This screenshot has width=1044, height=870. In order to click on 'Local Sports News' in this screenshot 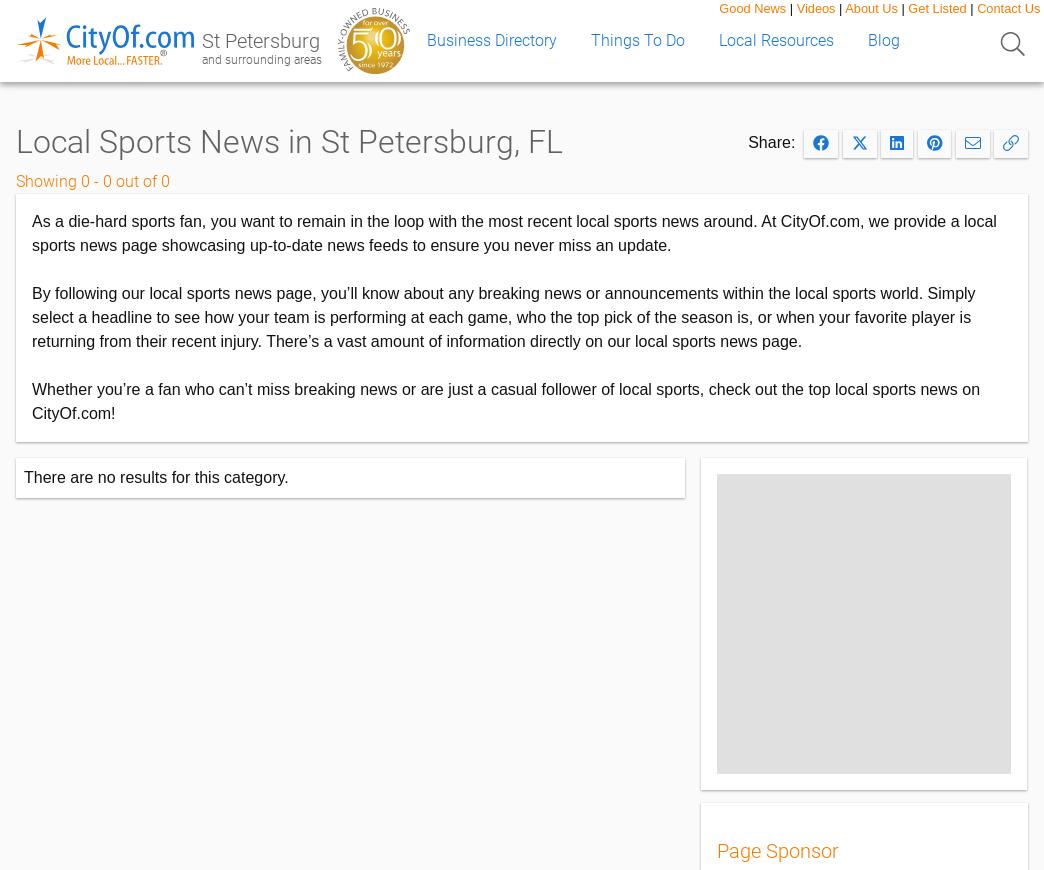, I will do `click(14, 140)`.